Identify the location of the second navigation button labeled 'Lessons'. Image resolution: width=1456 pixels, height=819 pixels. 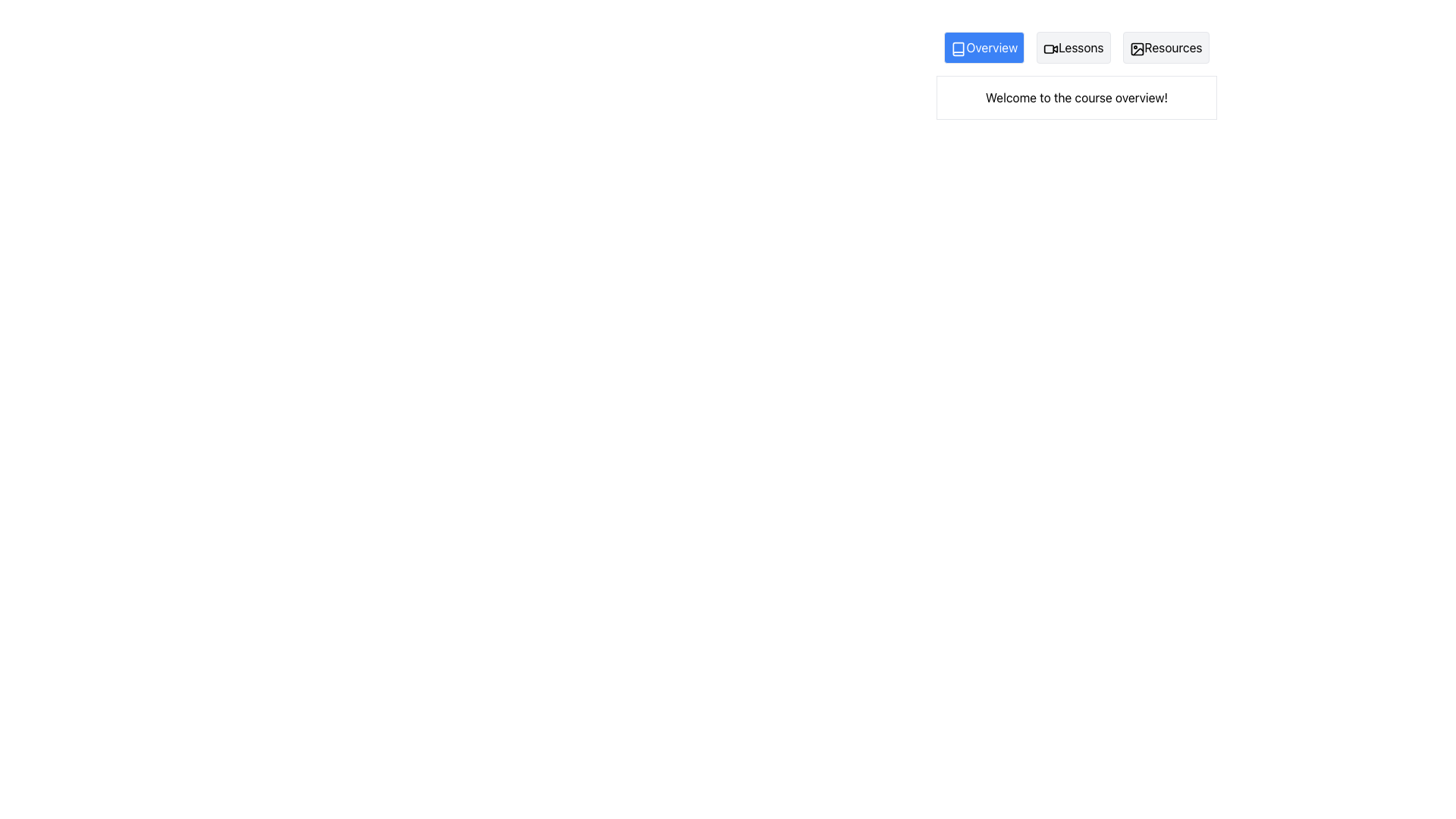
(1072, 46).